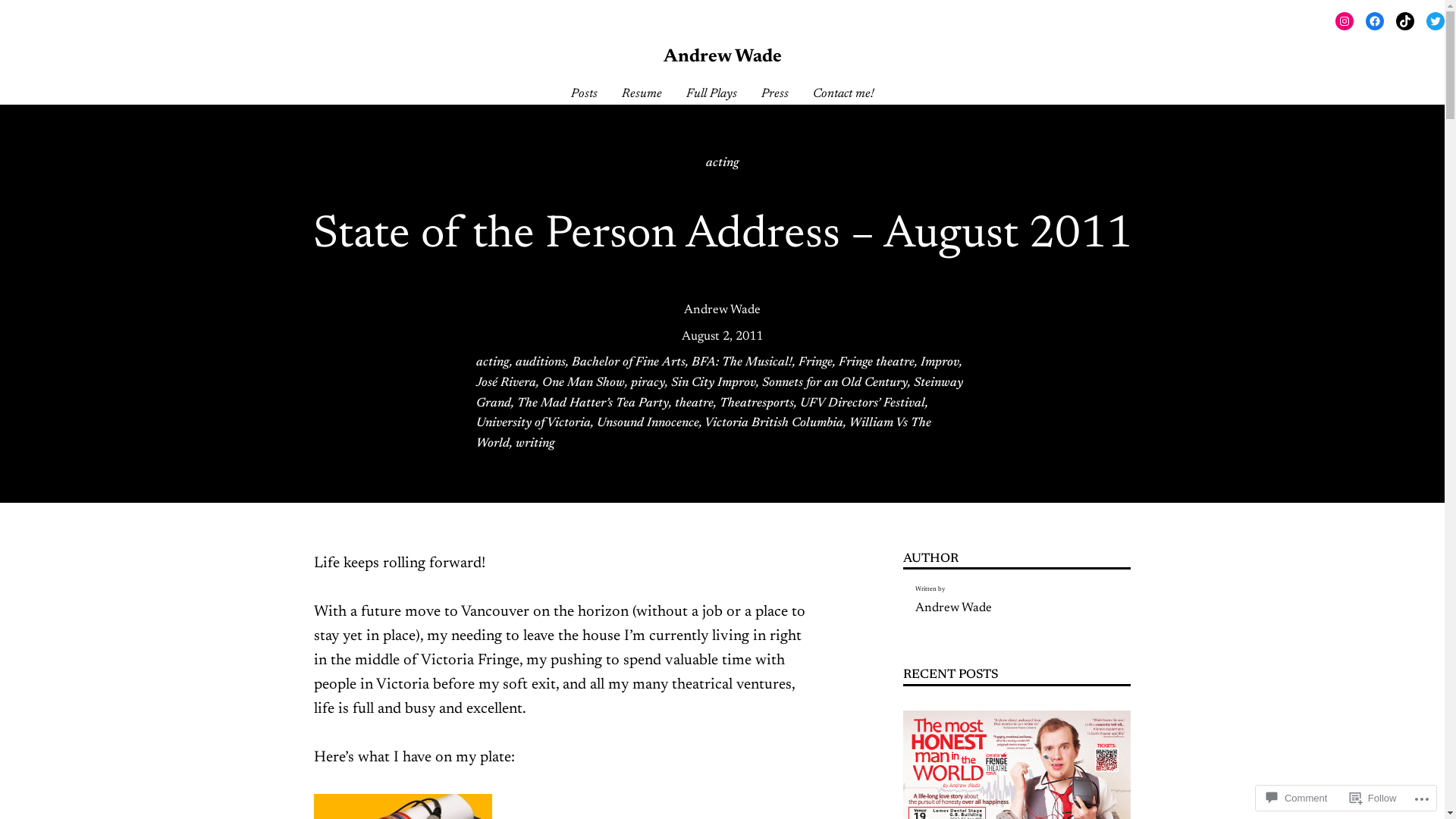 This screenshot has height=819, width=1456. What do you see at coordinates (742, 362) in the screenshot?
I see `'BFA: The Musical!'` at bounding box center [742, 362].